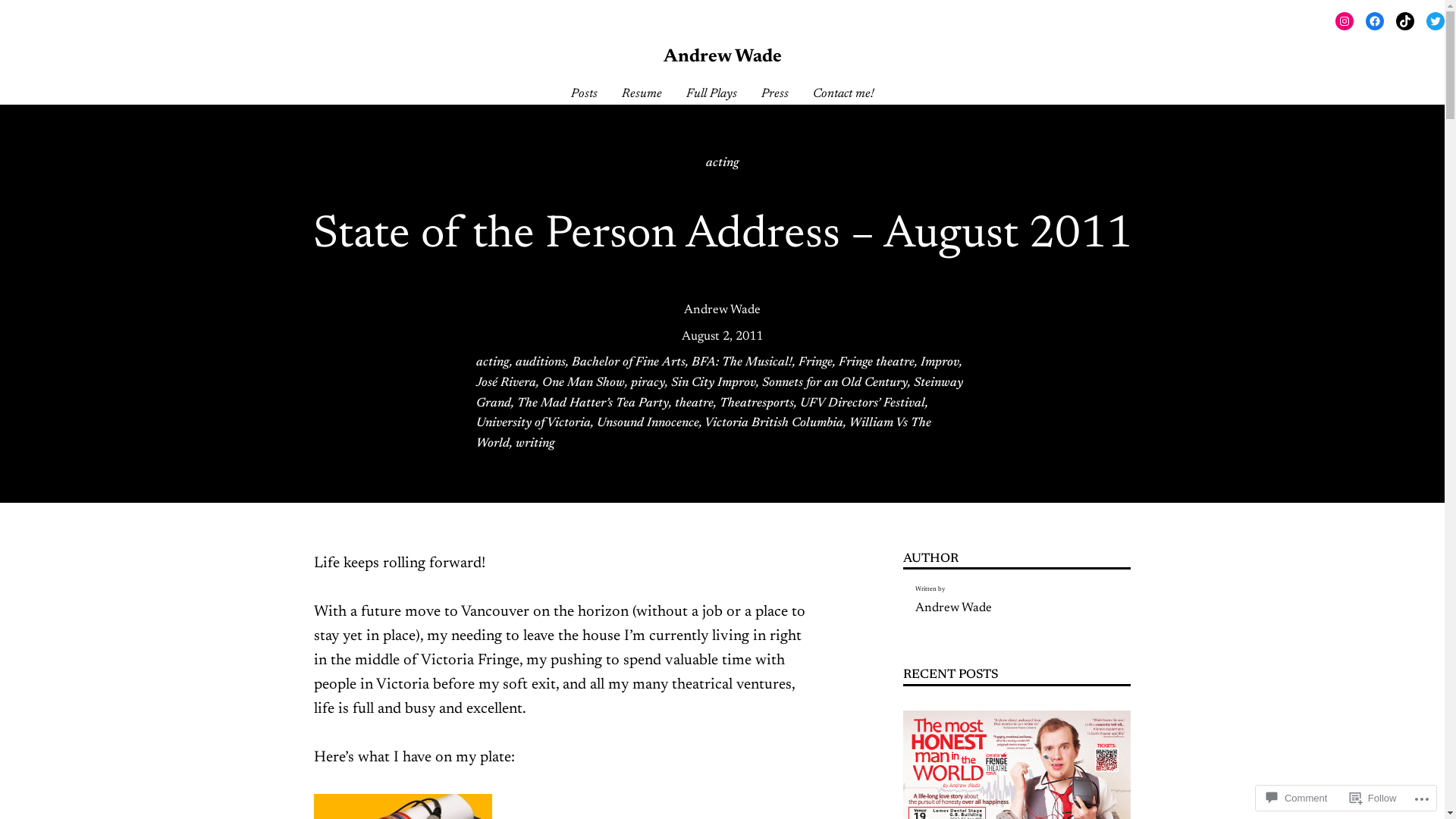 This screenshot has height=819, width=1456. What do you see at coordinates (742, 362) in the screenshot?
I see `'BFA: The Musical!'` at bounding box center [742, 362].